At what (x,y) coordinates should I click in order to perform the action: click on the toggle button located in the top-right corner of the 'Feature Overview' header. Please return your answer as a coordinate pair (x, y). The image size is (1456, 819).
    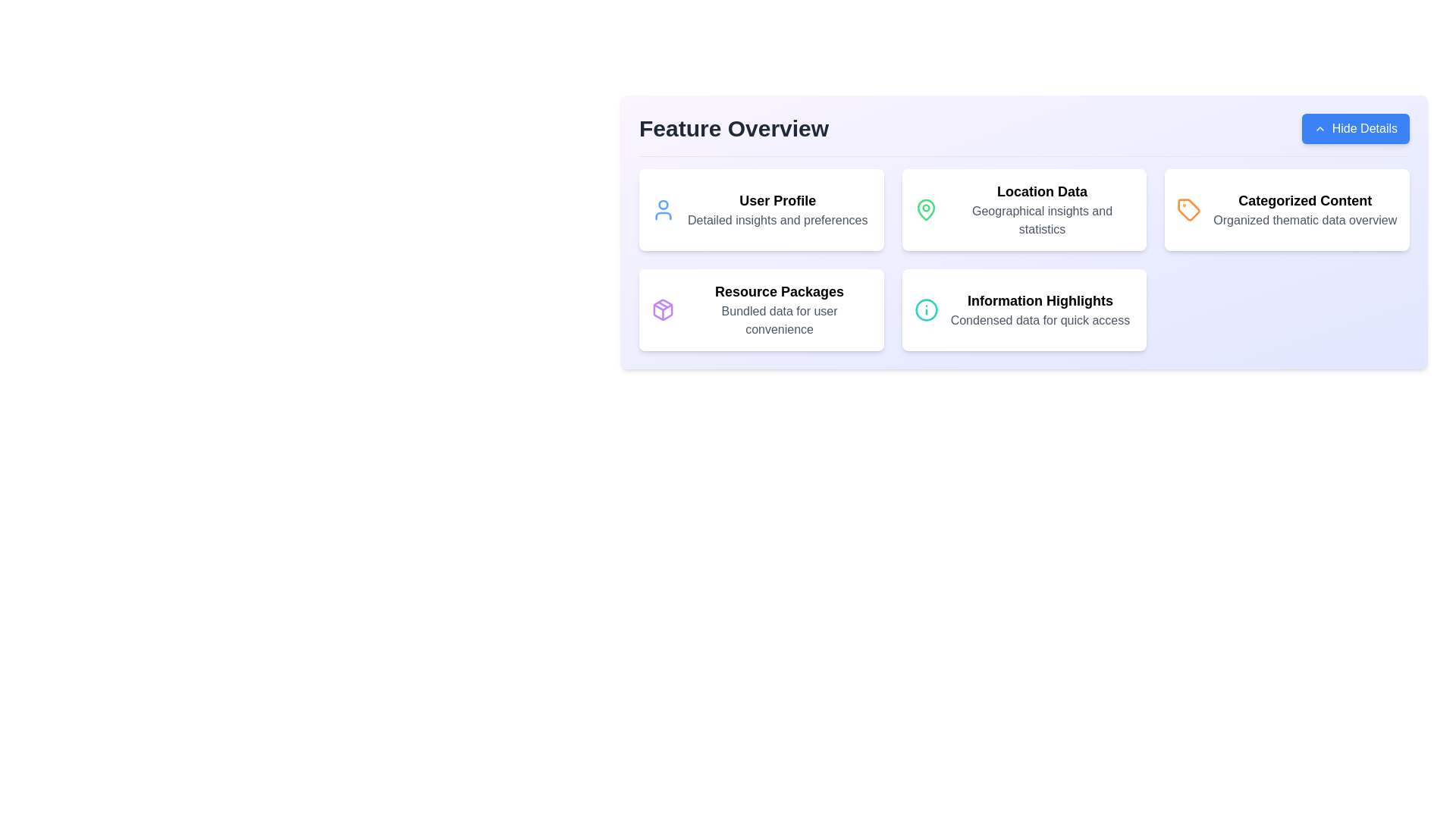
    Looking at the image, I should click on (1355, 127).